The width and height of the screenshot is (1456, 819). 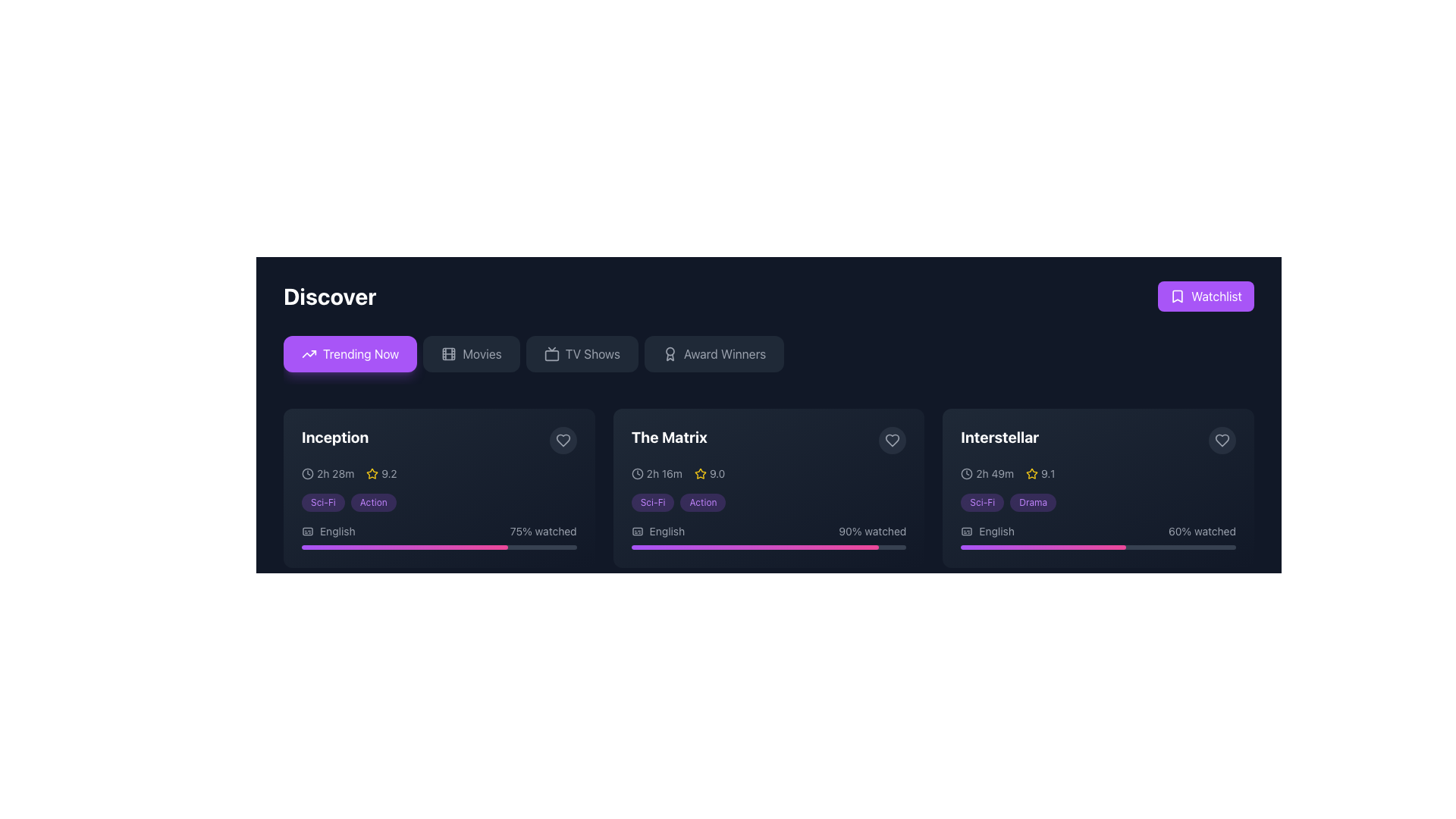 What do you see at coordinates (709, 472) in the screenshot?
I see `the Rating Display element that indicates the rating value (9.0) for 'The Matrix', which is centrally located below the title and to the right of the runtime information '2h 16m'` at bounding box center [709, 472].